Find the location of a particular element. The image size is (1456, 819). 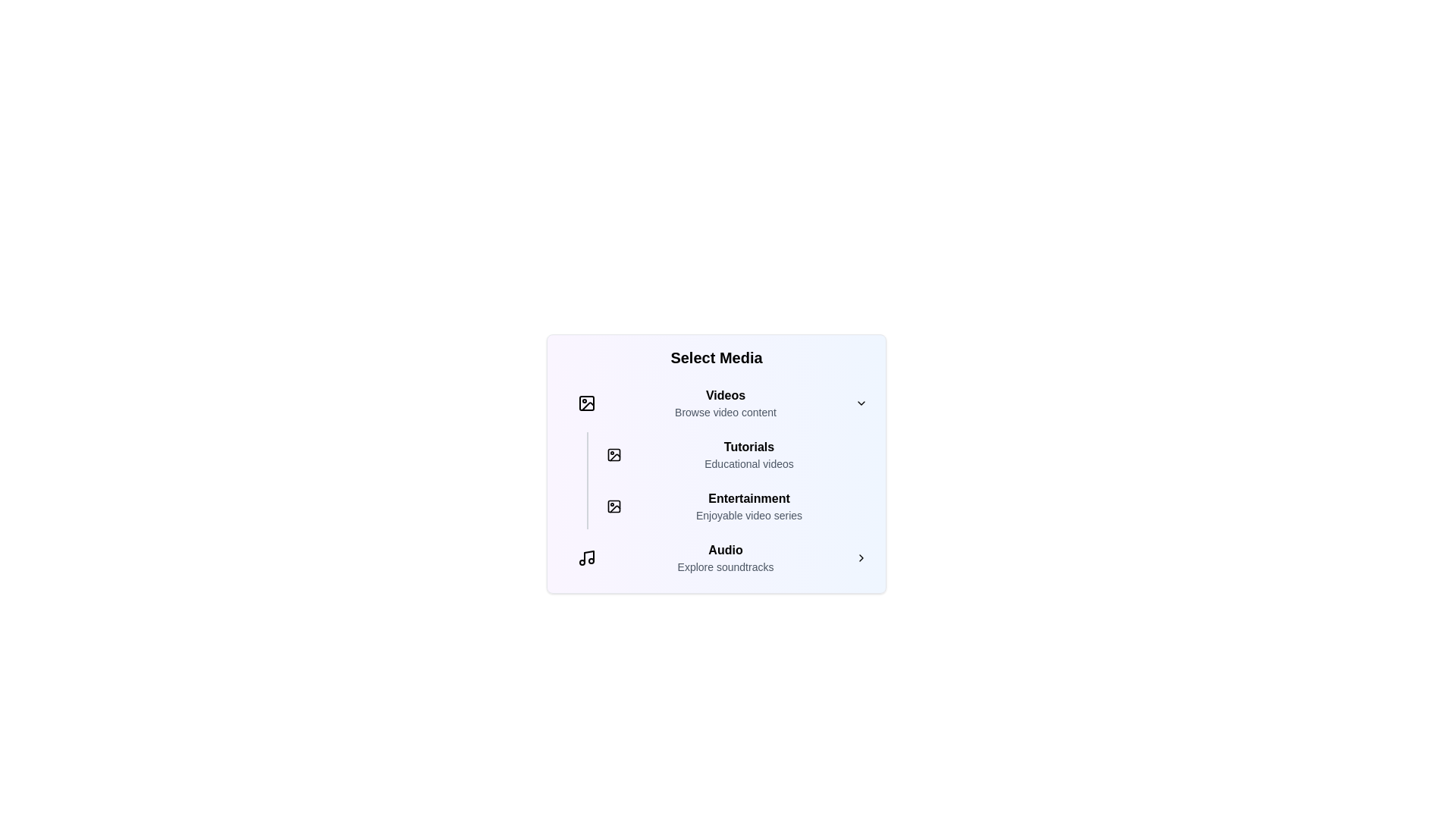

the 'Videos' text option, which is bold and part of a menu option group, located below the 'Select Media' heading is located at coordinates (724, 403).